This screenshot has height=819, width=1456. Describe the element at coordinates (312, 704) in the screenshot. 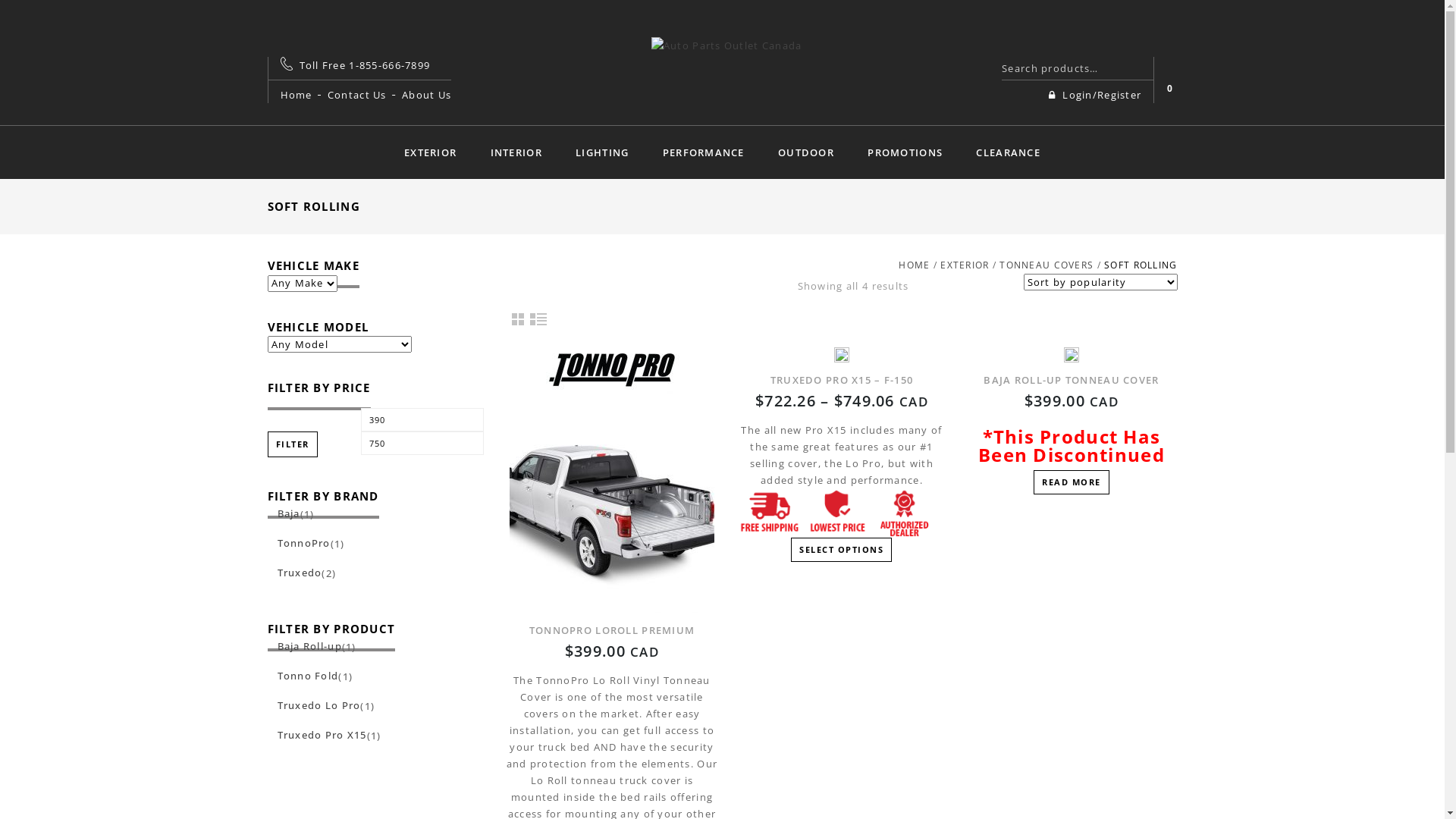

I see `'Truxedo Lo Pro'` at that location.